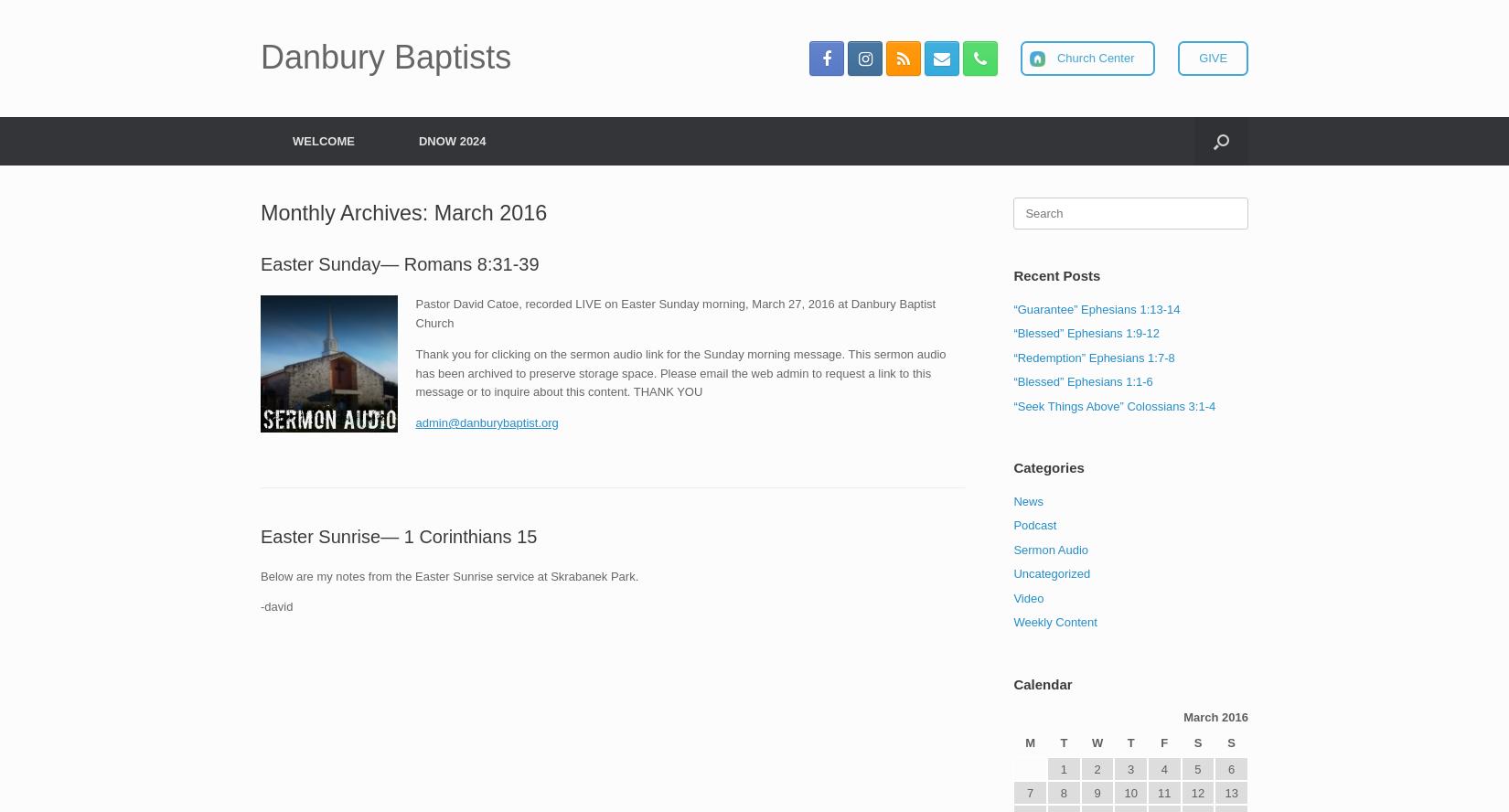 The width and height of the screenshot is (1509, 812). Describe the element at coordinates (305, 184) in the screenshot. I see `'About Us'` at that location.